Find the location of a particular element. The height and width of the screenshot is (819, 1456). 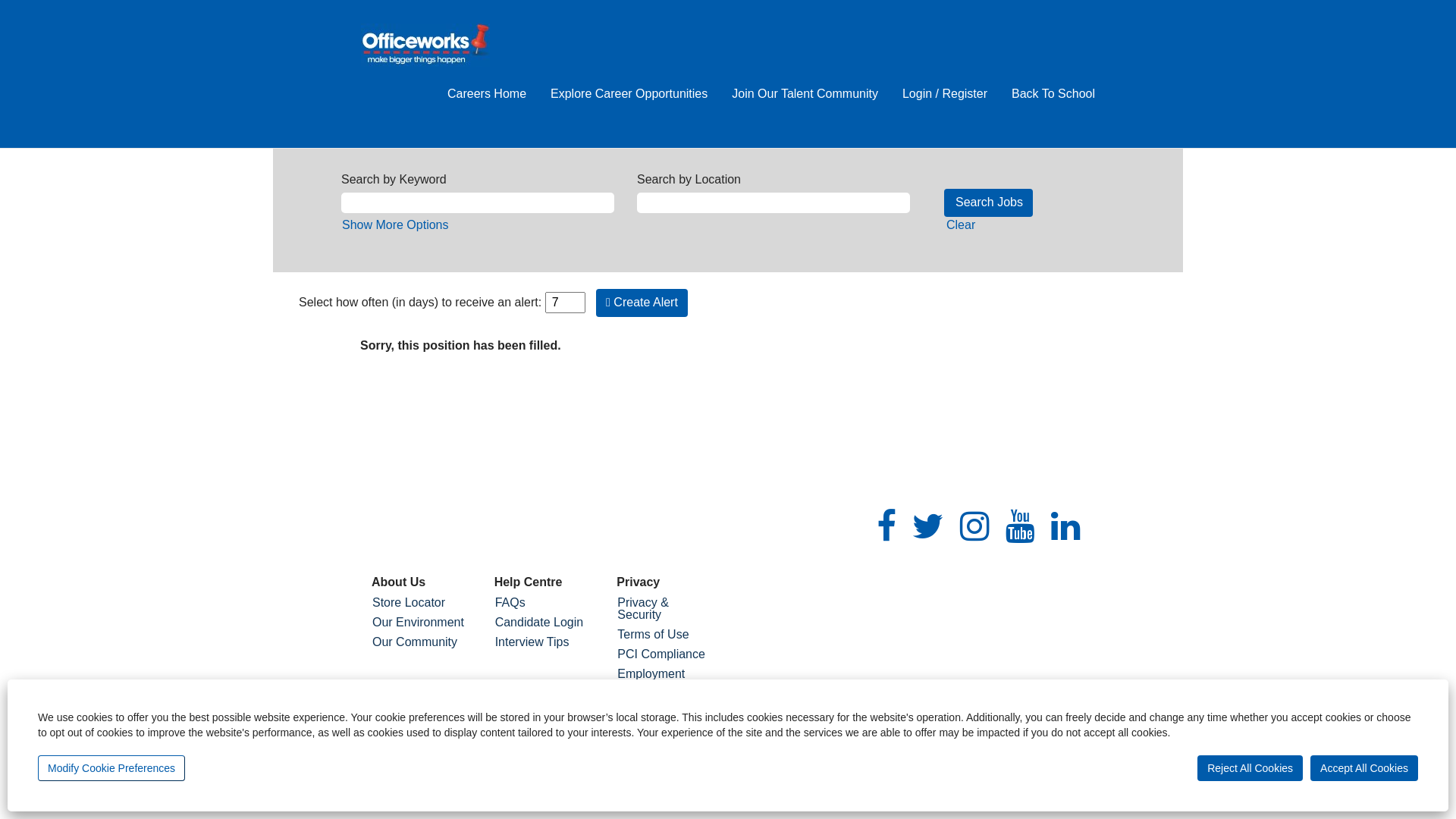

'Terms of Use' is located at coordinates (666, 635).